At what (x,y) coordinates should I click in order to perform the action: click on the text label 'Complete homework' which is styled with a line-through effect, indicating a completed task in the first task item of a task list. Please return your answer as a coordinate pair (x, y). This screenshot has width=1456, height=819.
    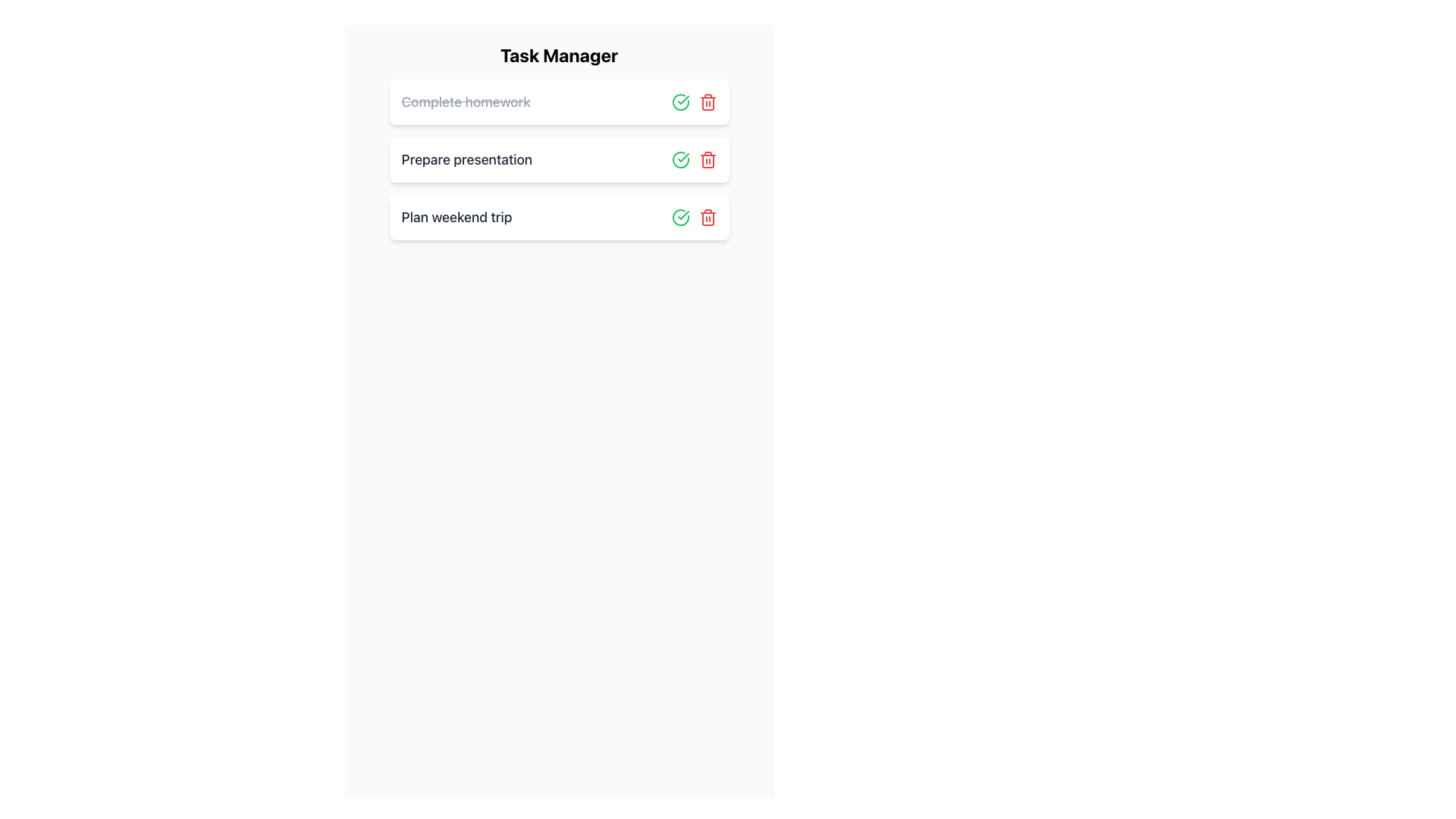
    Looking at the image, I should click on (465, 102).